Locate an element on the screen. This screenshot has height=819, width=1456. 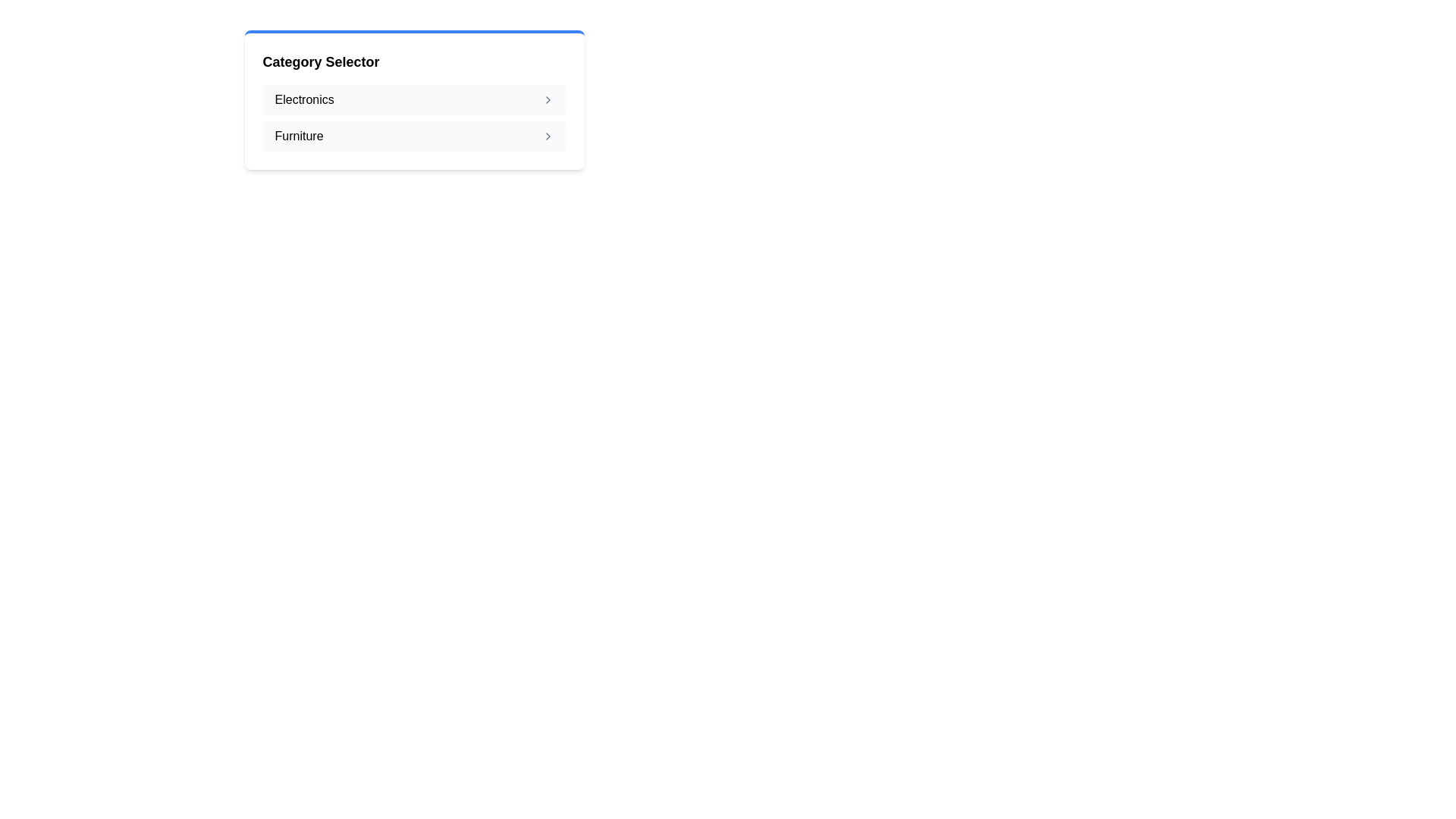
the text label that serves as the title or purpose descriptor for the dropdown interface, located at the top left above the category options is located at coordinates (320, 61).